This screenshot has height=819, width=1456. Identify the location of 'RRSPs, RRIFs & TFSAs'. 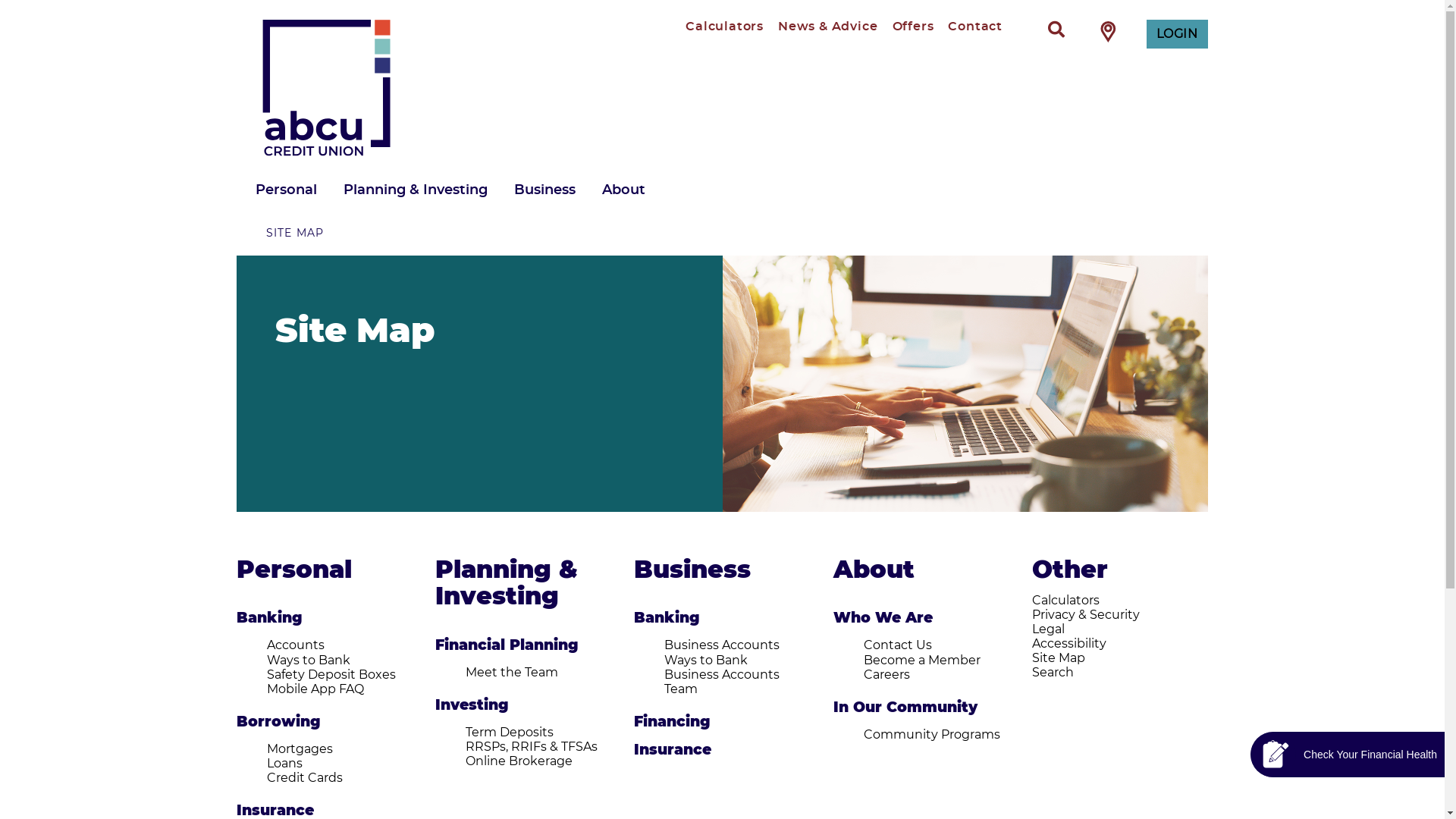
(465, 745).